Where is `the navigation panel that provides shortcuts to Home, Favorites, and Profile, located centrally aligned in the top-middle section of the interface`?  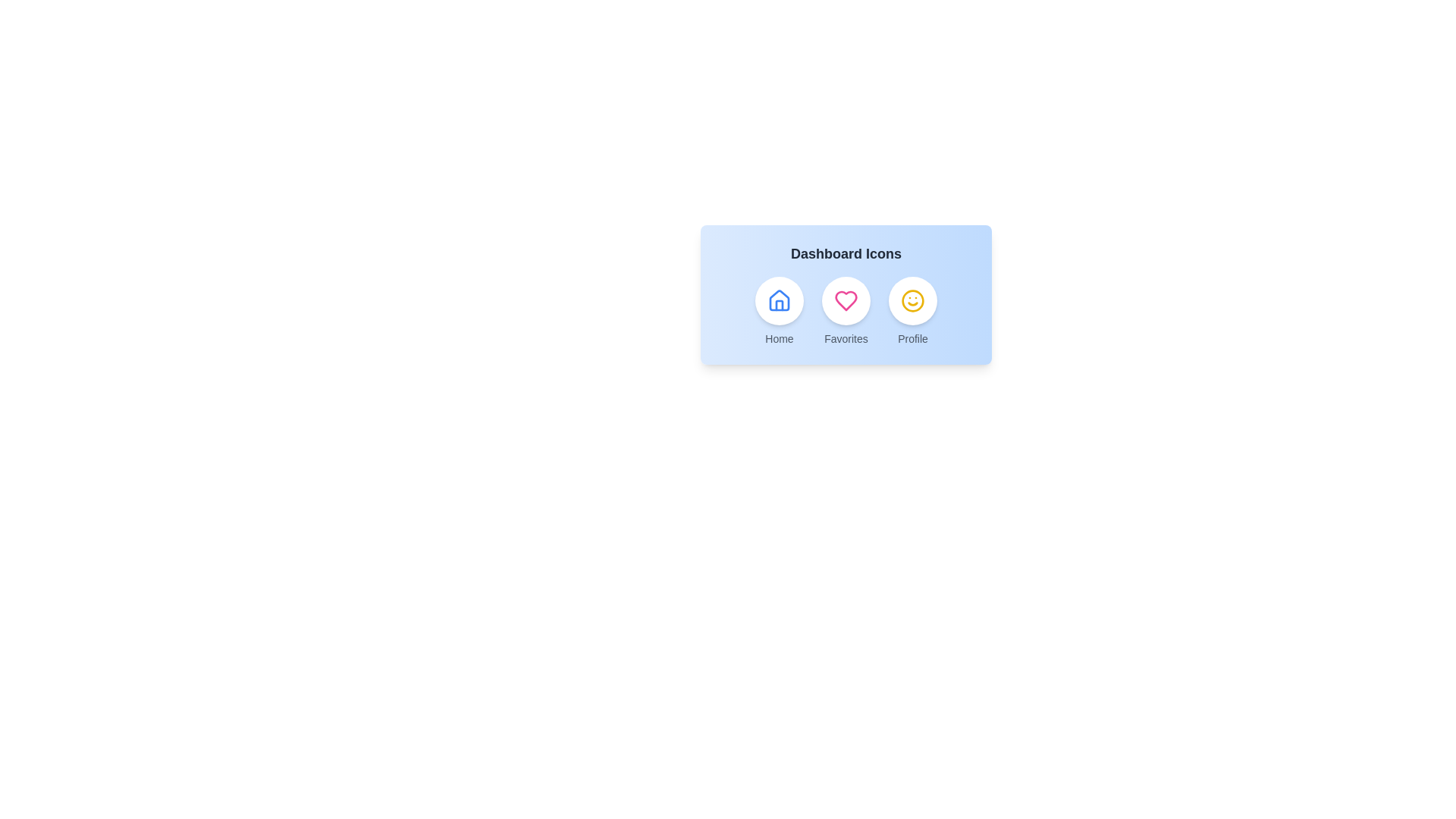 the navigation panel that provides shortcuts to Home, Favorites, and Profile, located centrally aligned in the top-middle section of the interface is located at coordinates (846, 295).